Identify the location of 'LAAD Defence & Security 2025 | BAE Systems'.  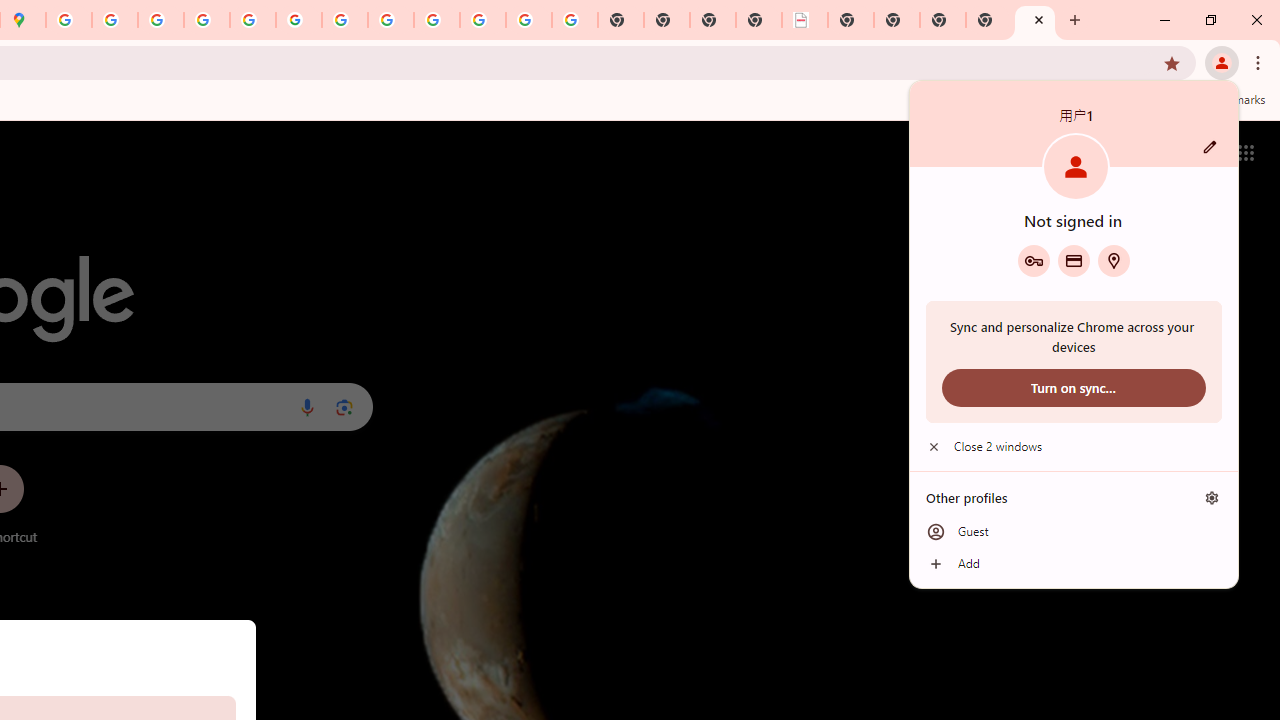
(805, 20).